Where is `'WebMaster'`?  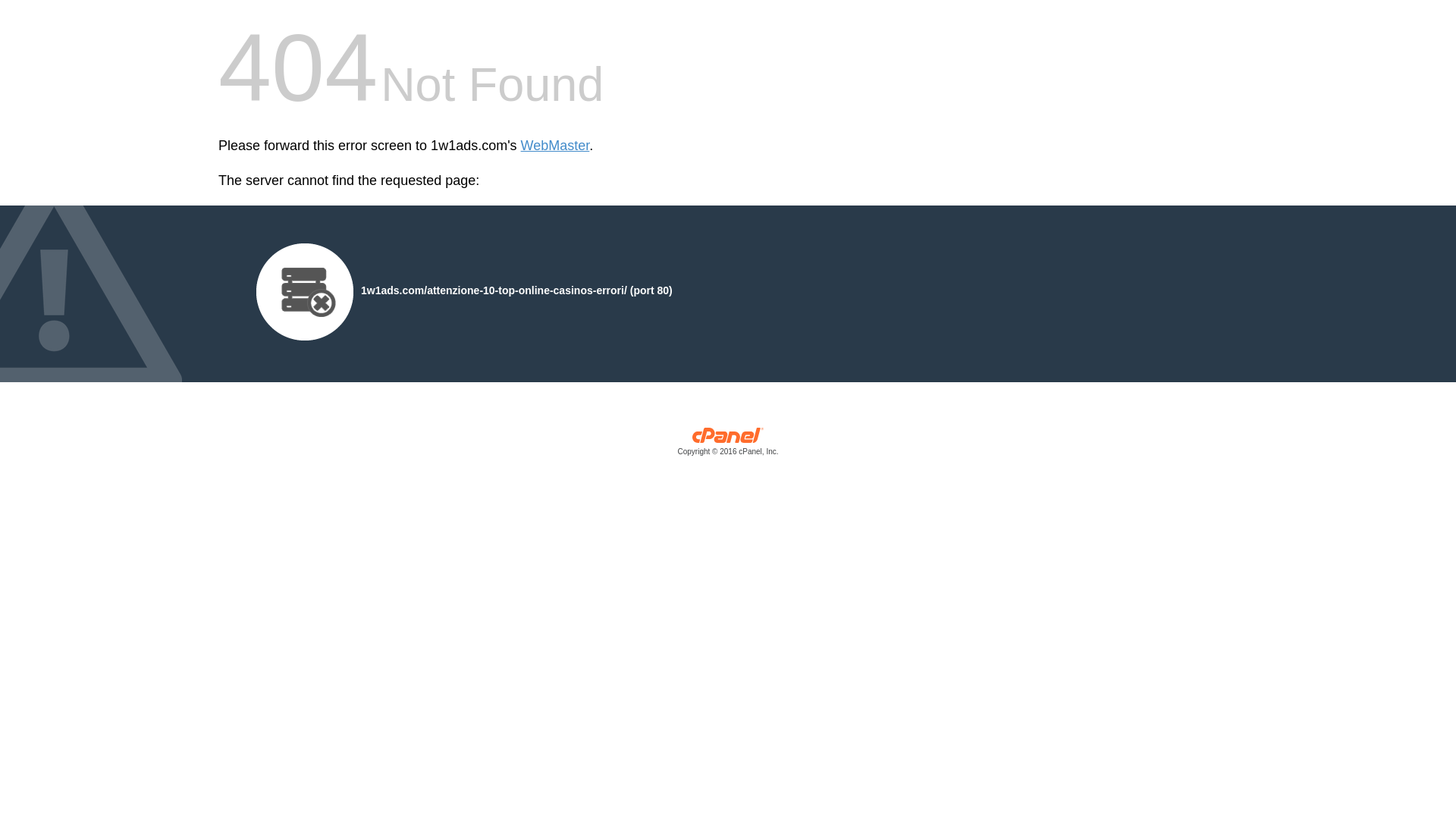 'WebMaster' is located at coordinates (520, 146).